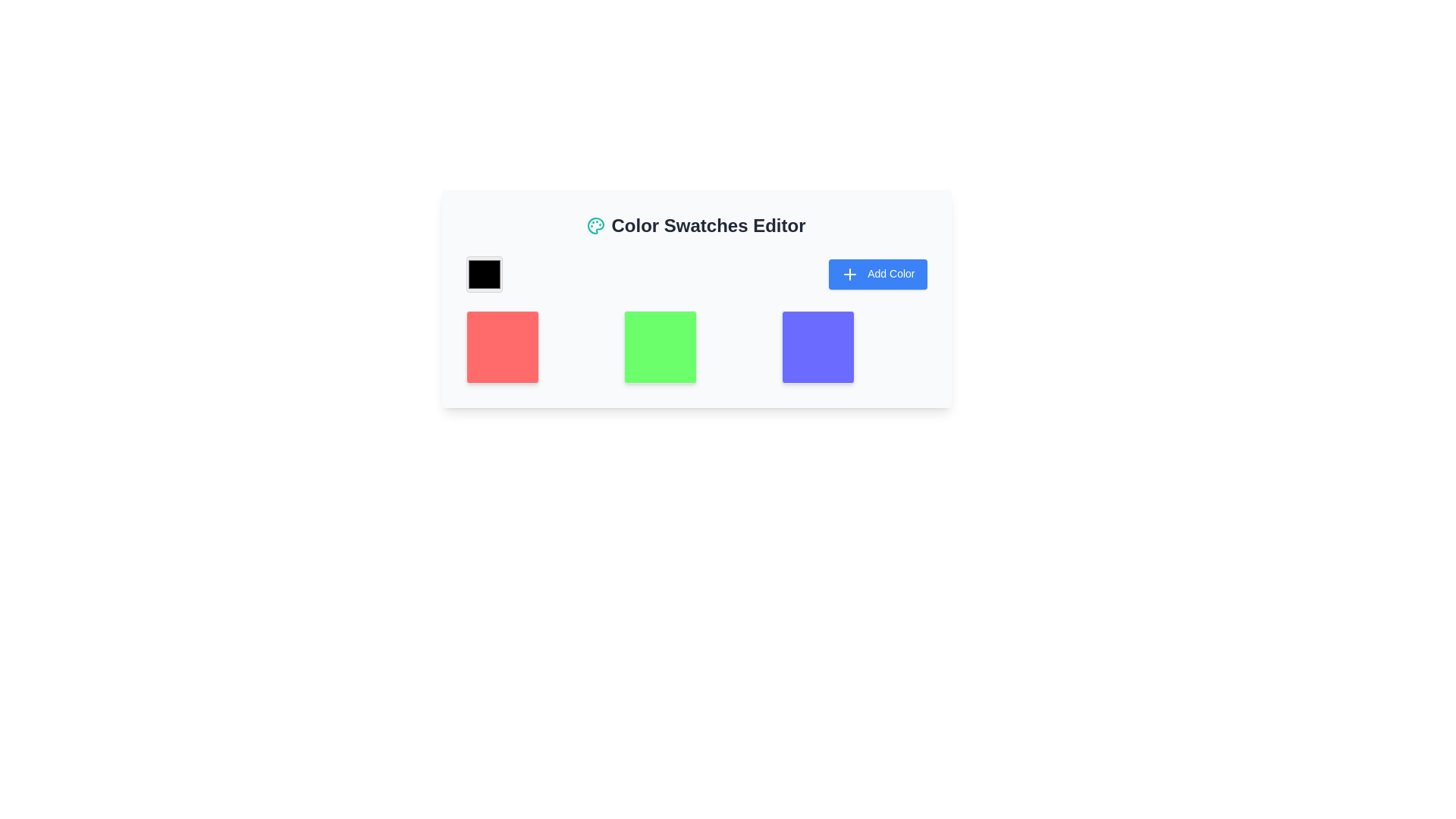 This screenshot has width=1456, height=819. I want to click on the green color swatch UI element with rounded corners and shadow effect, which is the second color block from left to right in the Color Swatches Editor, so click(660, 347).